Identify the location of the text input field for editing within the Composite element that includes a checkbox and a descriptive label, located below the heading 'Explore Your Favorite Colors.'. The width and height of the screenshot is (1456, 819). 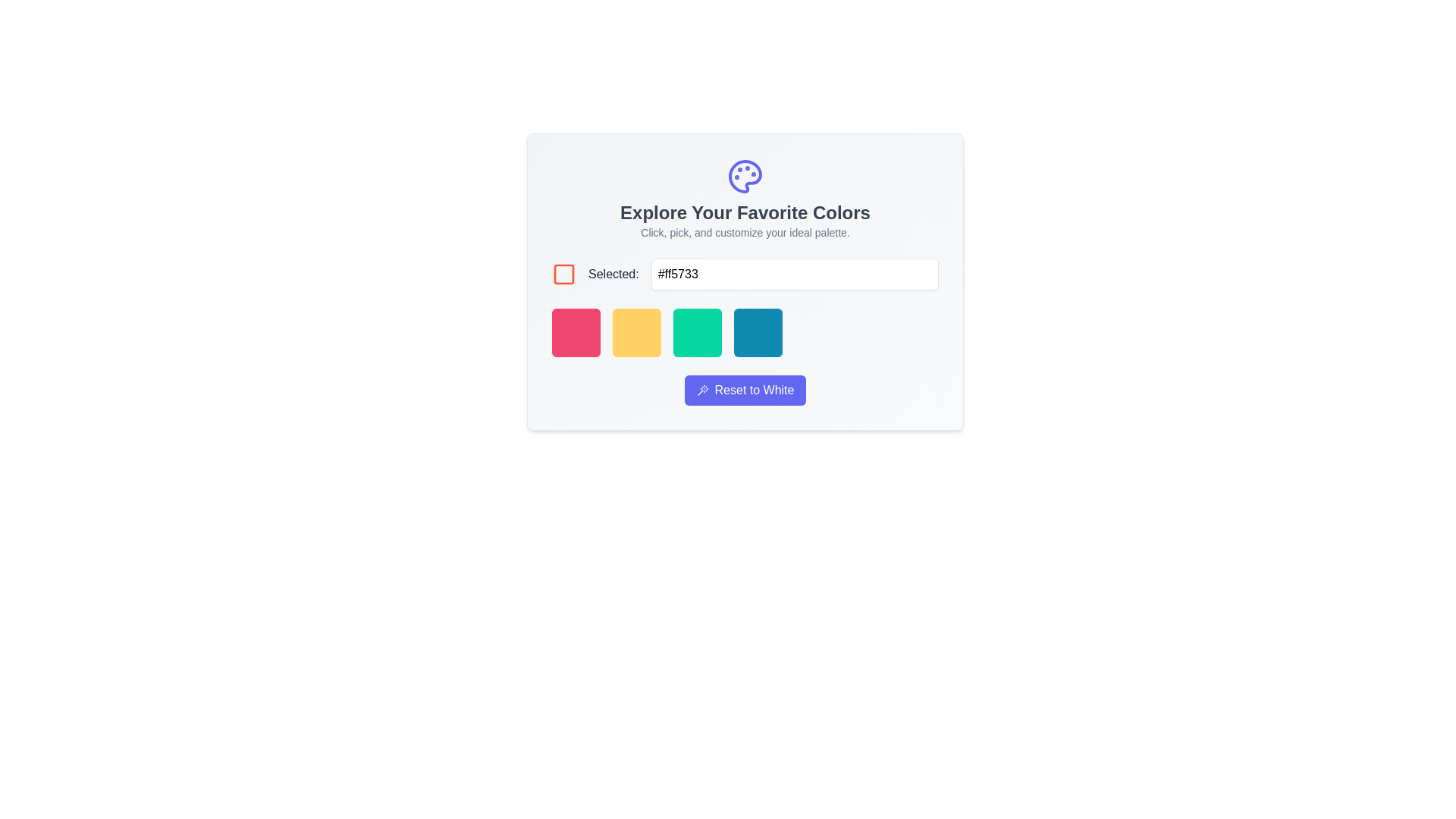
(745, 275).